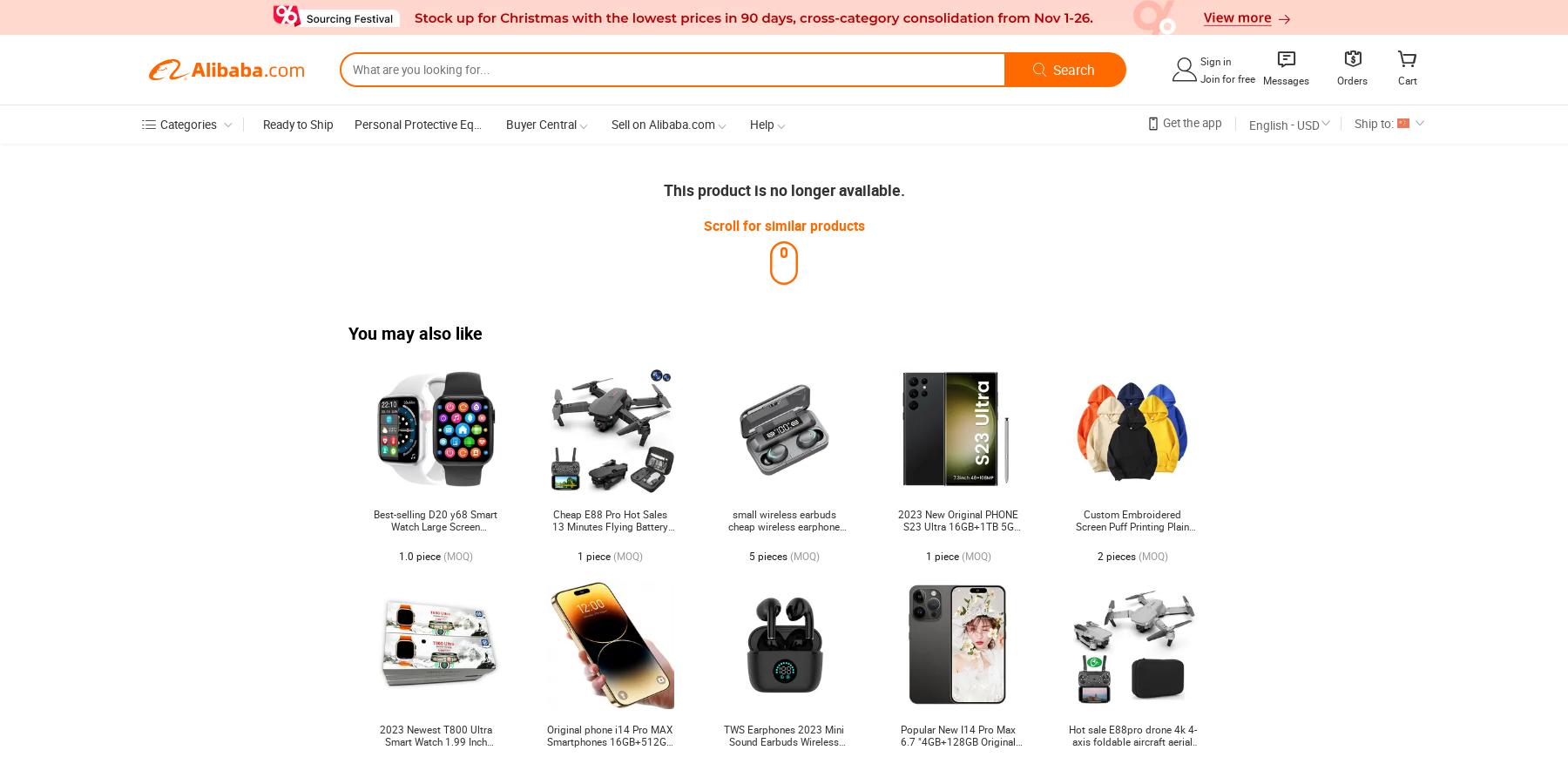 The image size is (1568, 757). Describe the element at coordinates (1352, 79) in the screenshot. I see `'Orders'` at that location.